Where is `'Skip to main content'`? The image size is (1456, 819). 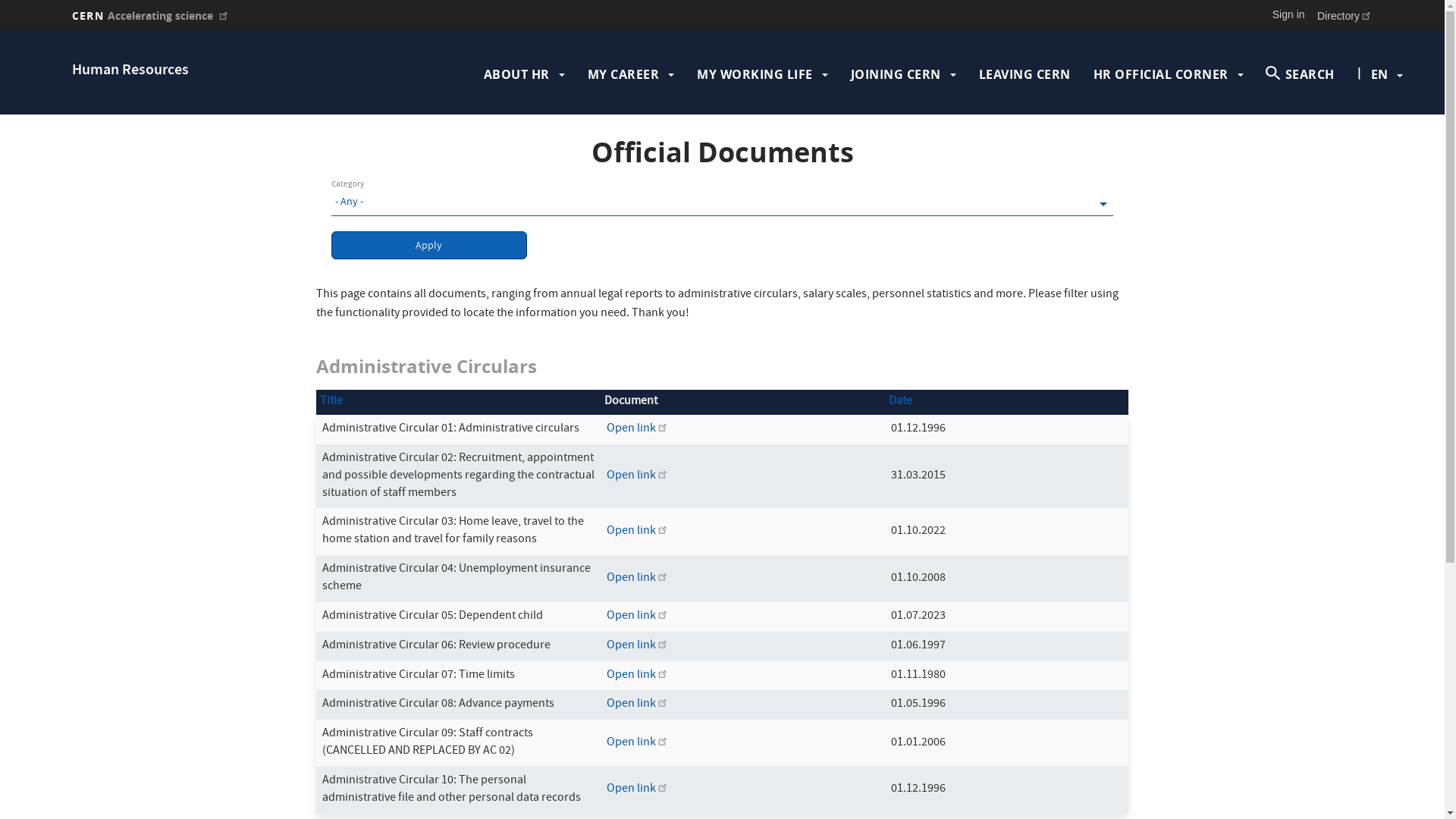 'Skip to main content' is located at coordinates (0, 30).